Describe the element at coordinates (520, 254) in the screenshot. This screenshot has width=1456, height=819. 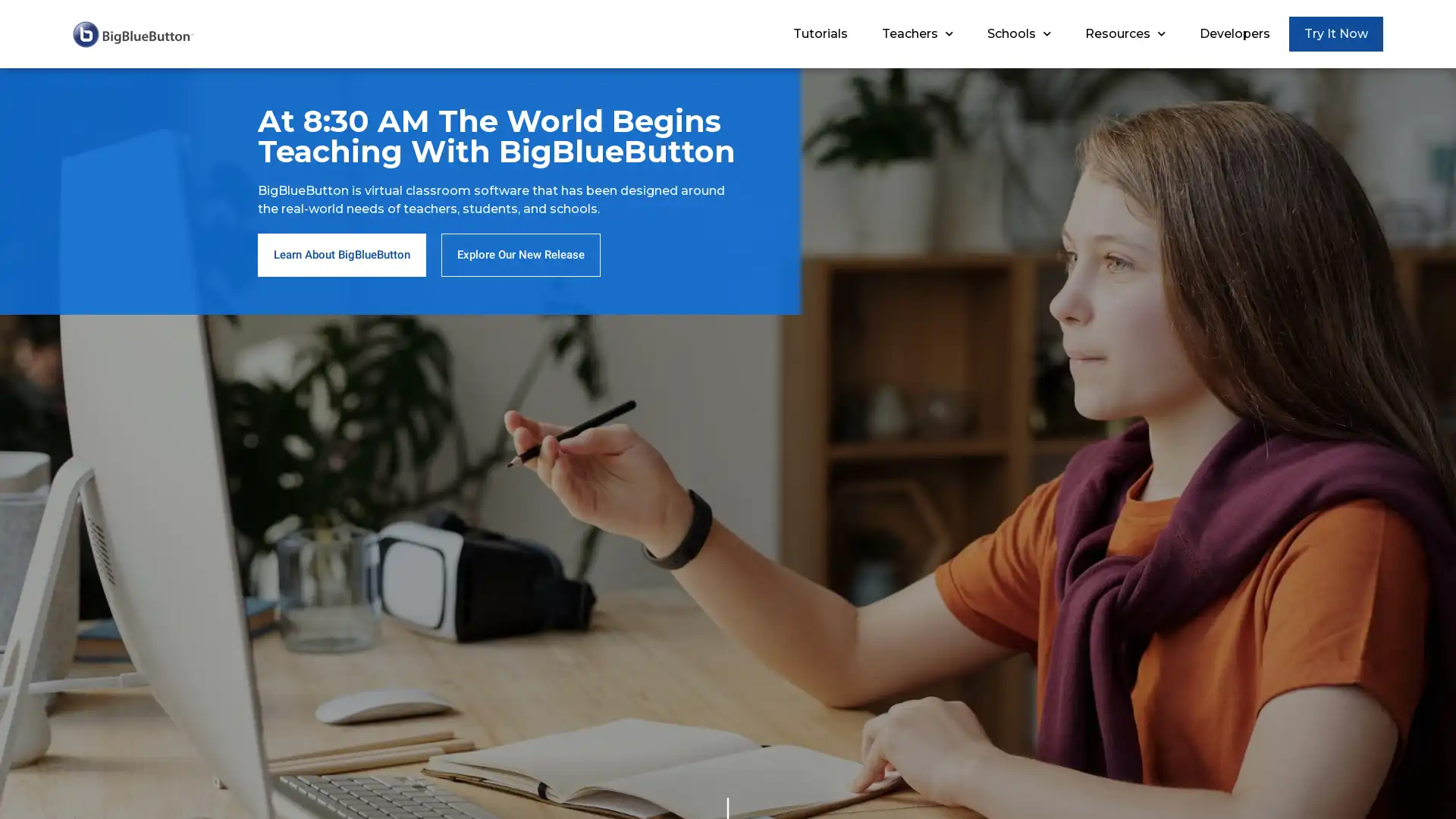
I see `Explore Our New Release` at that location.